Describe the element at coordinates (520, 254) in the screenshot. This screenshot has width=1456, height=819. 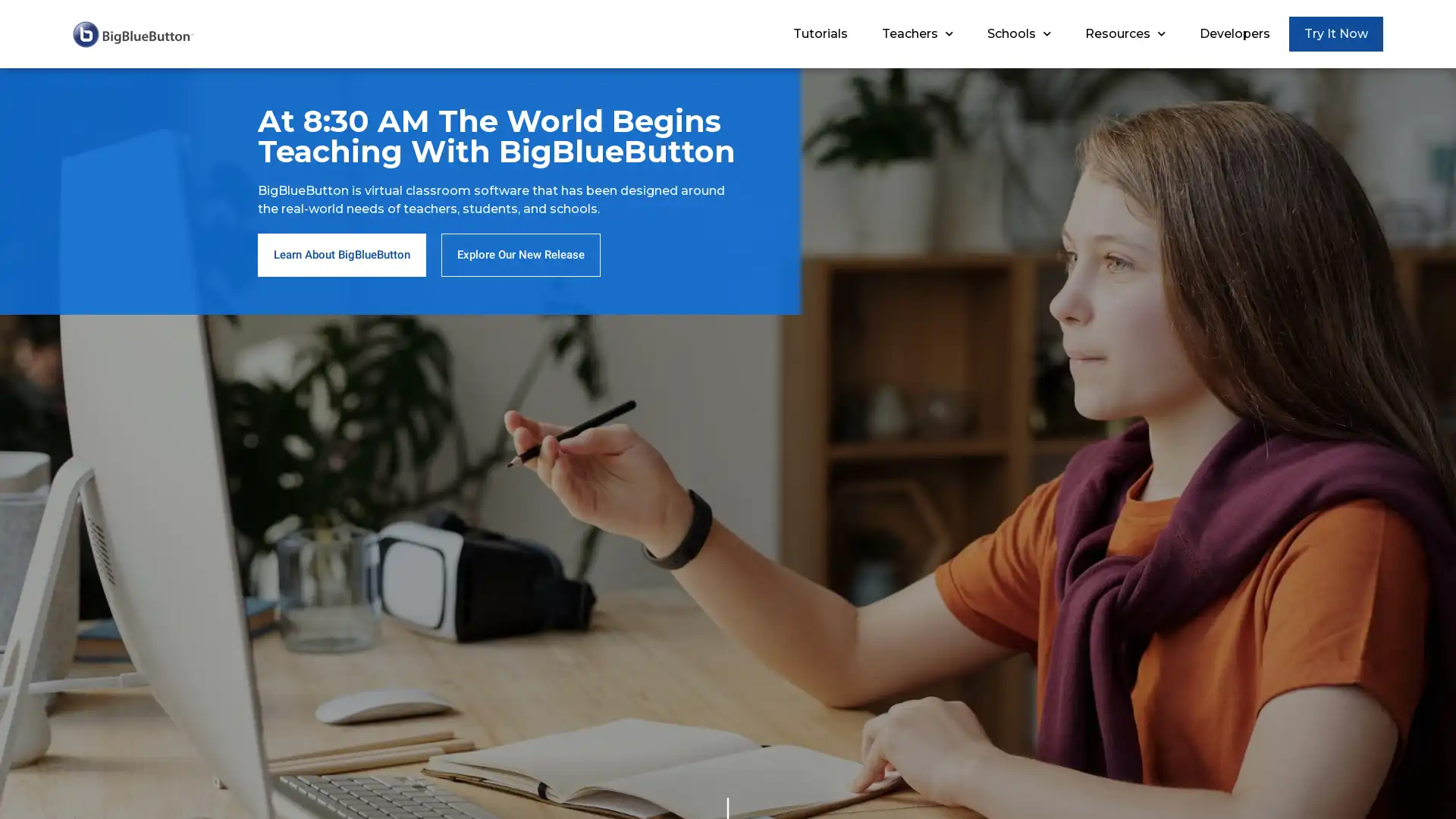
I see `Explore Our New Release` at that location.